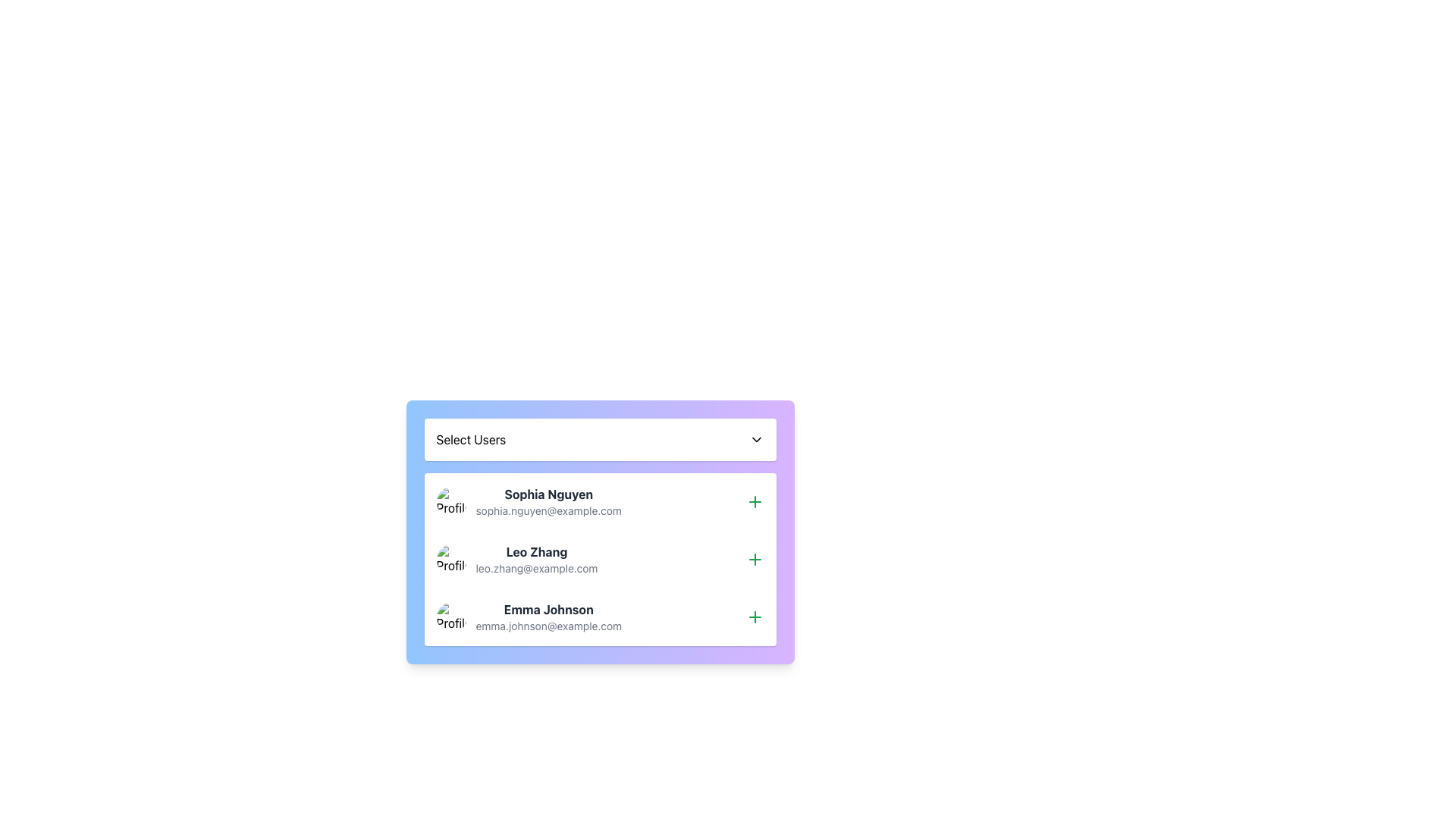 The image size is (1456, 819). What do you see at coordinates (516, 559) in the screenshot?
I see `the list item for 'Leo Zhang' that includes the name and email address to bring up the context menu` at bounding box center [516, 559].